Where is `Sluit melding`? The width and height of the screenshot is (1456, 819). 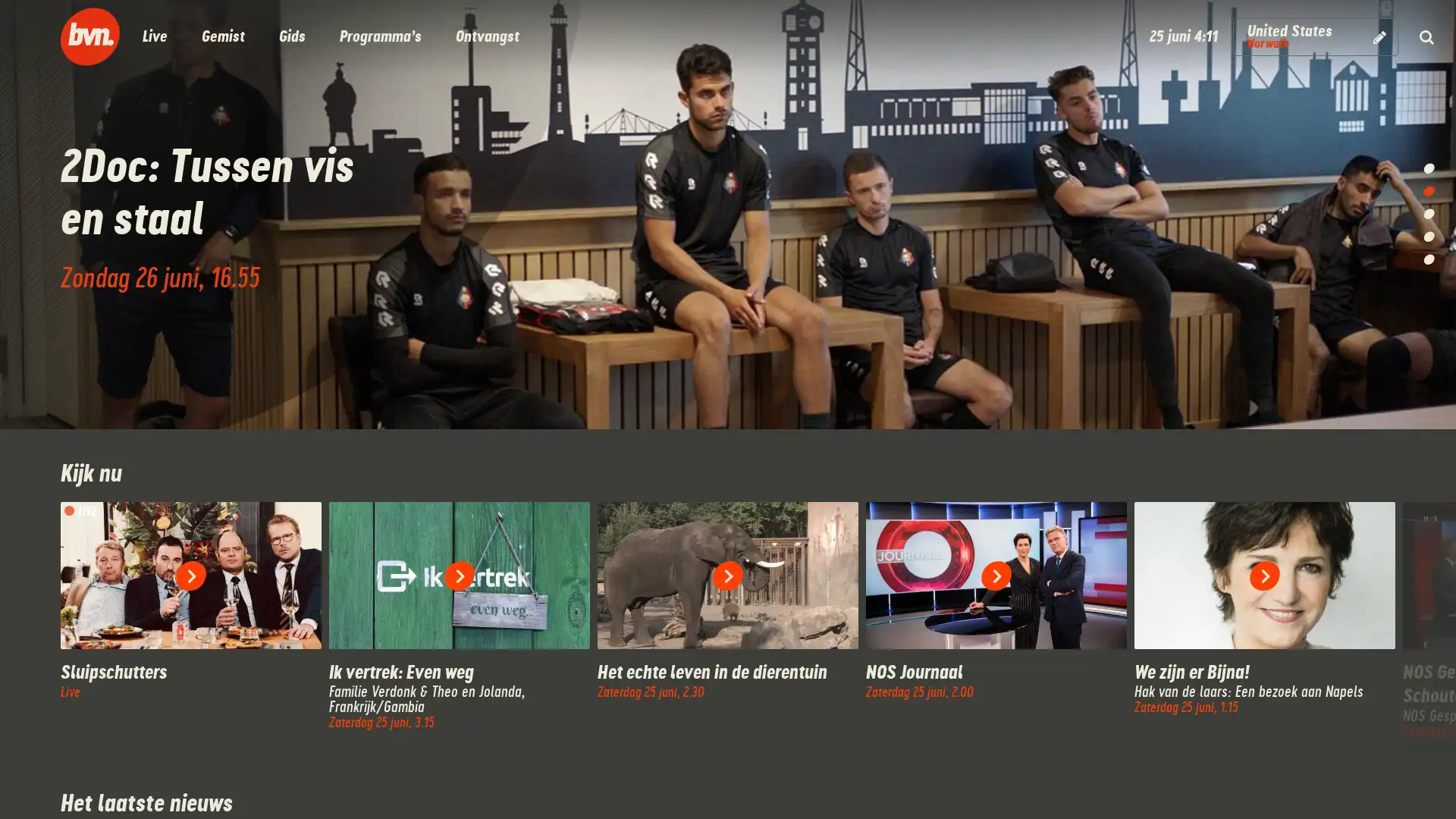 Sluit melding is located at coordinates (519, 773).